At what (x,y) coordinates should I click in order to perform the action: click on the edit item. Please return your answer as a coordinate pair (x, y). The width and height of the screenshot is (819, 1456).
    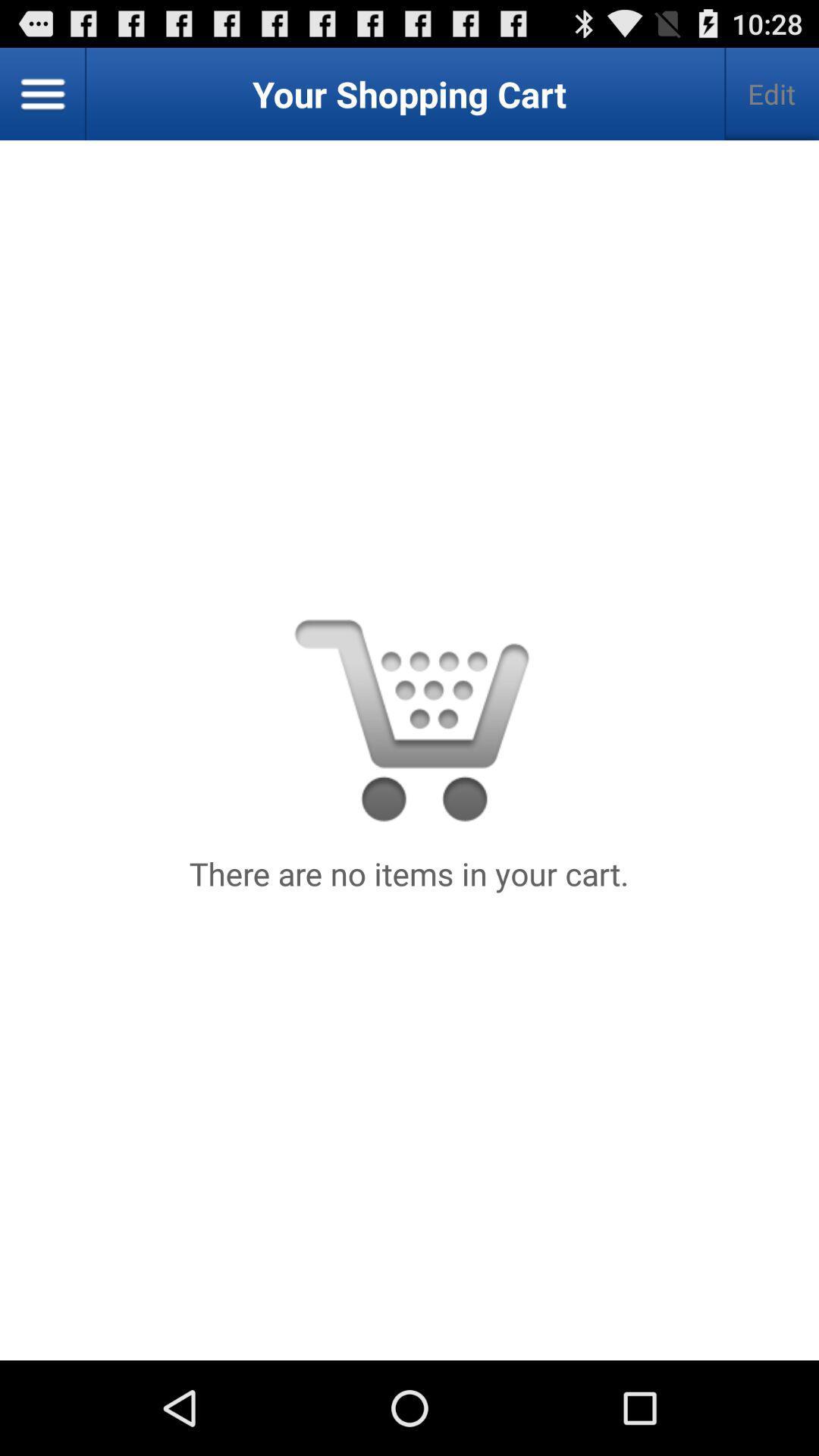
    Looking at the image, I should click on (771, 93).